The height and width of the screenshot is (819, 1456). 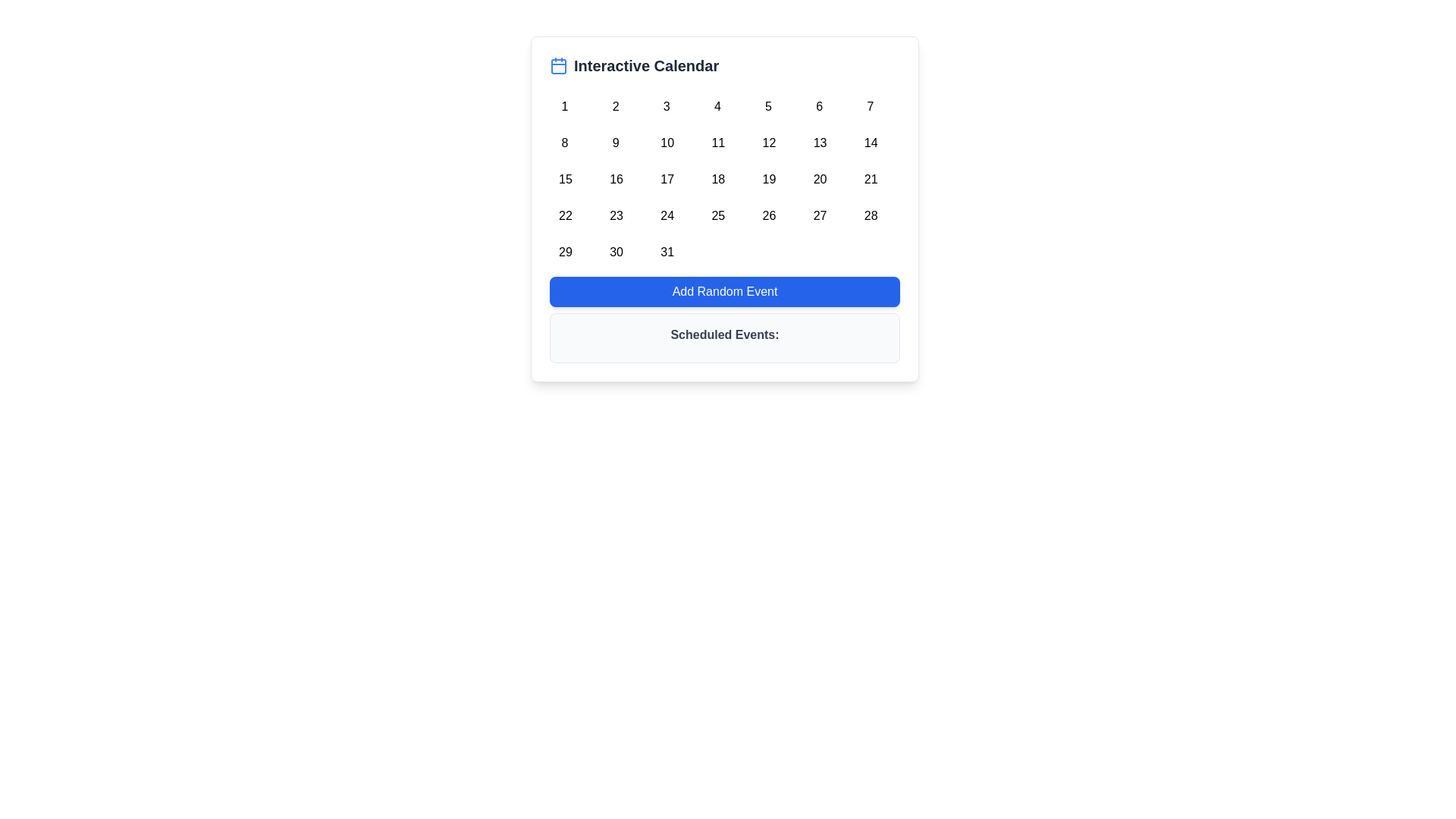 I want to click on the square button containing the numeric character '3' in the Interactive Calendar, so click(x=667, y=103).